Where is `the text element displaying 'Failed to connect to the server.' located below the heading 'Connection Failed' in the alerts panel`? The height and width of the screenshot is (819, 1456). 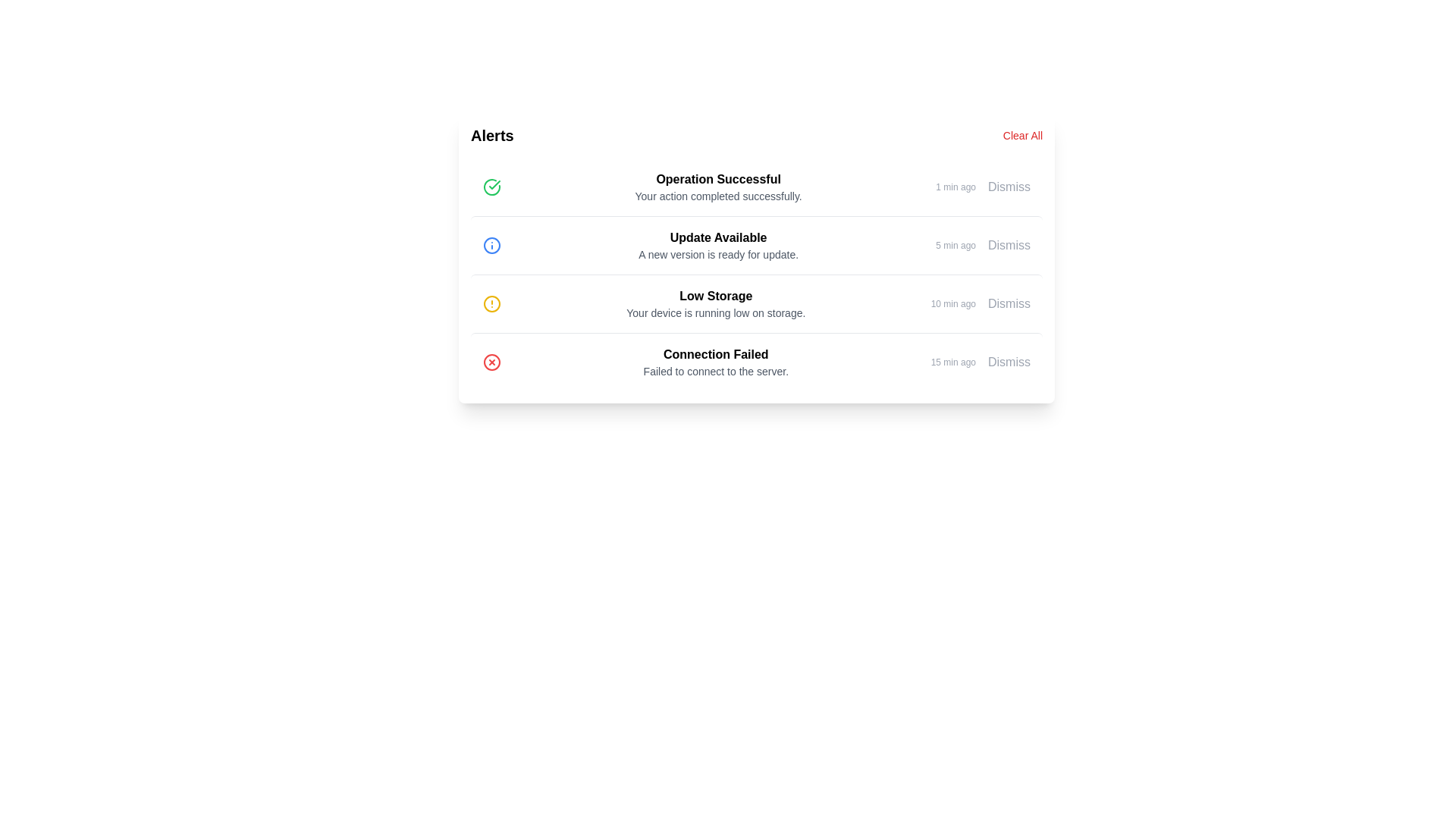 the text element displaying 'Failed to connect to the server.' located below the heading 'Connection Failed' in the alerts panel is located at coordinates (715, 371).